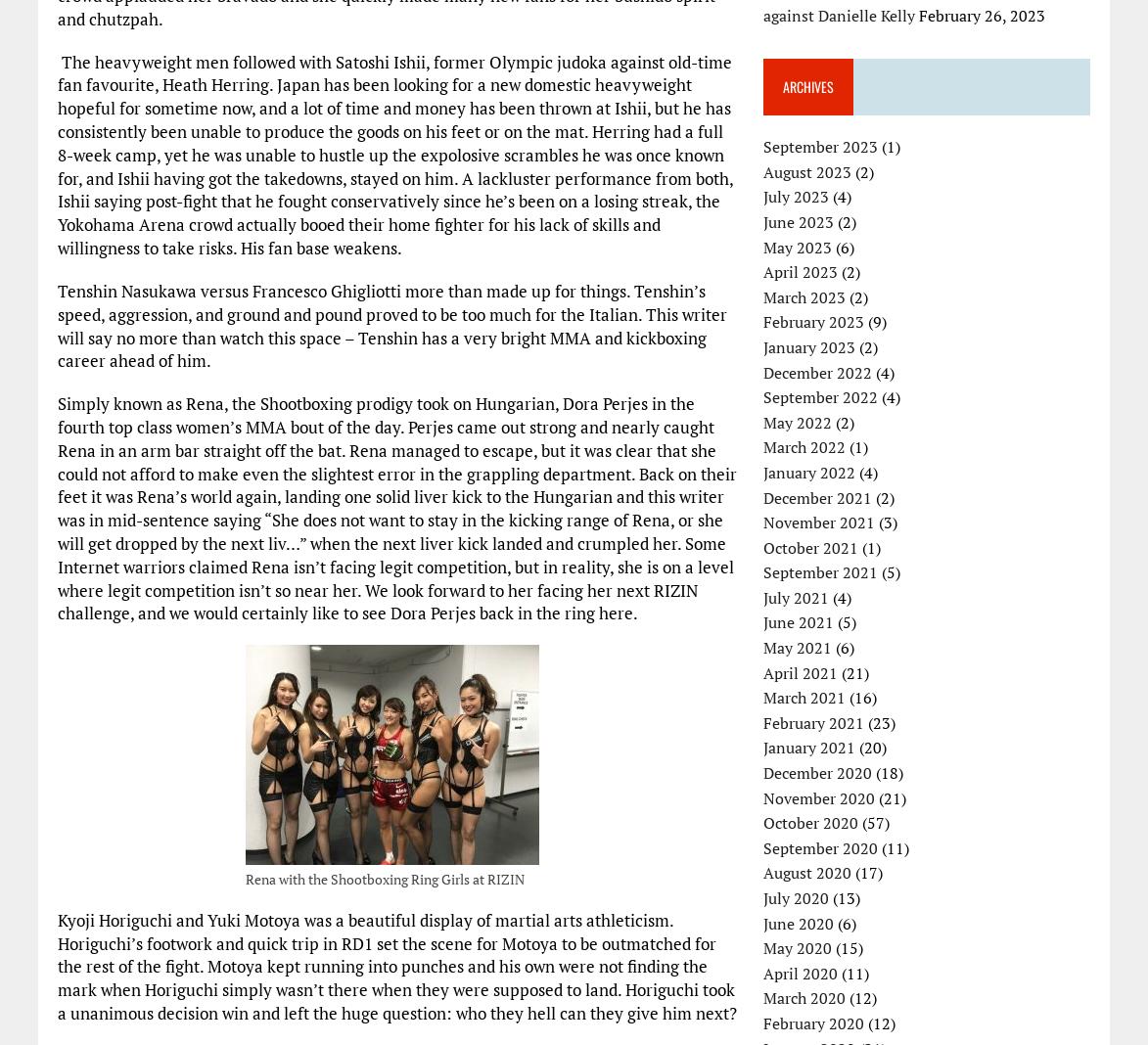 The height and width of the screenshot is (1045, 1148). Describe the element at coordinates (879, 721) in the screenshot. I see `'(23)'` at that location.